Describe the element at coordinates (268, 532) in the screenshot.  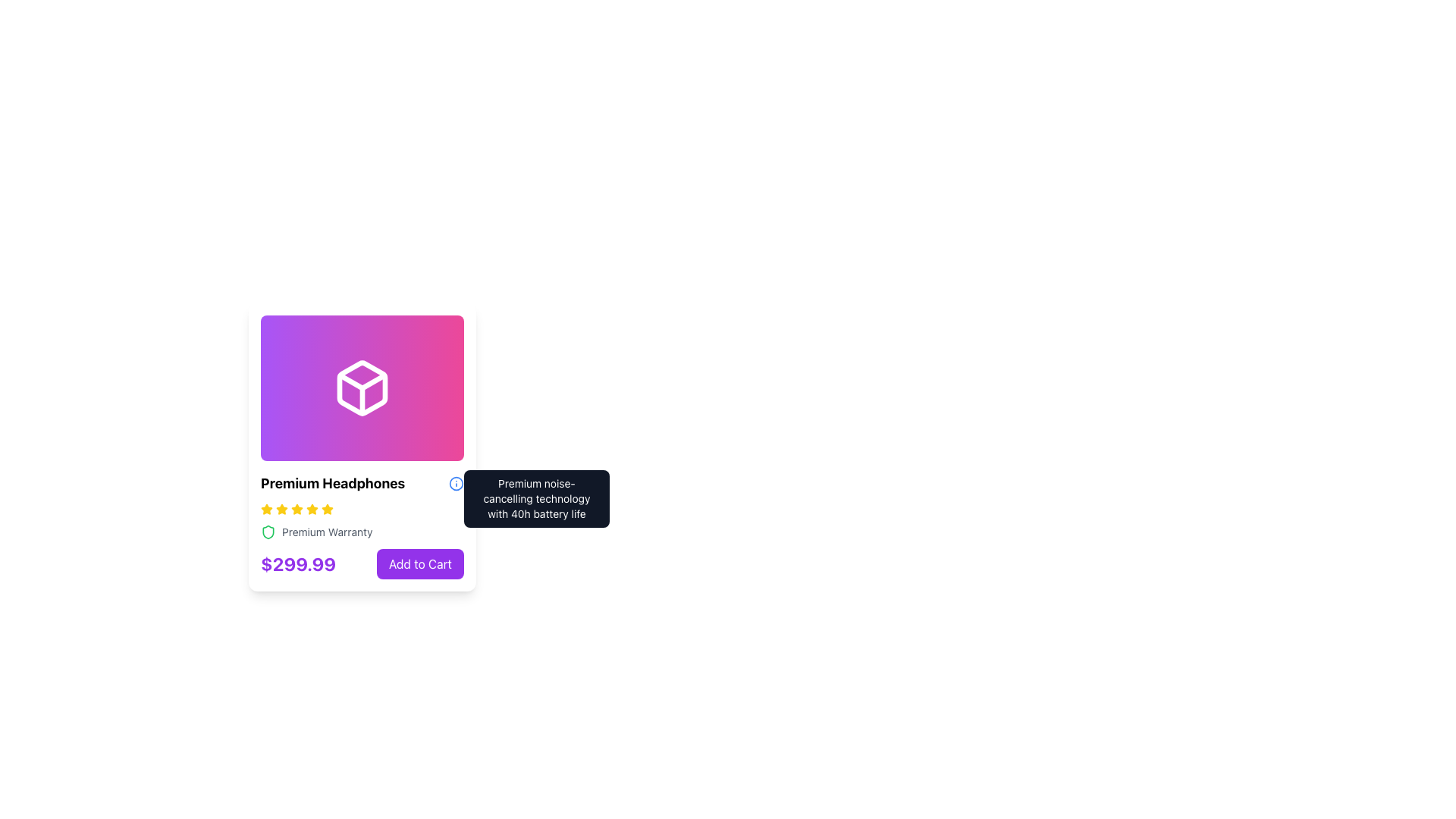
I see `the premium warranty icon located to the left of the 'Premium Warranty' text label in the product's detailed card` at that location.